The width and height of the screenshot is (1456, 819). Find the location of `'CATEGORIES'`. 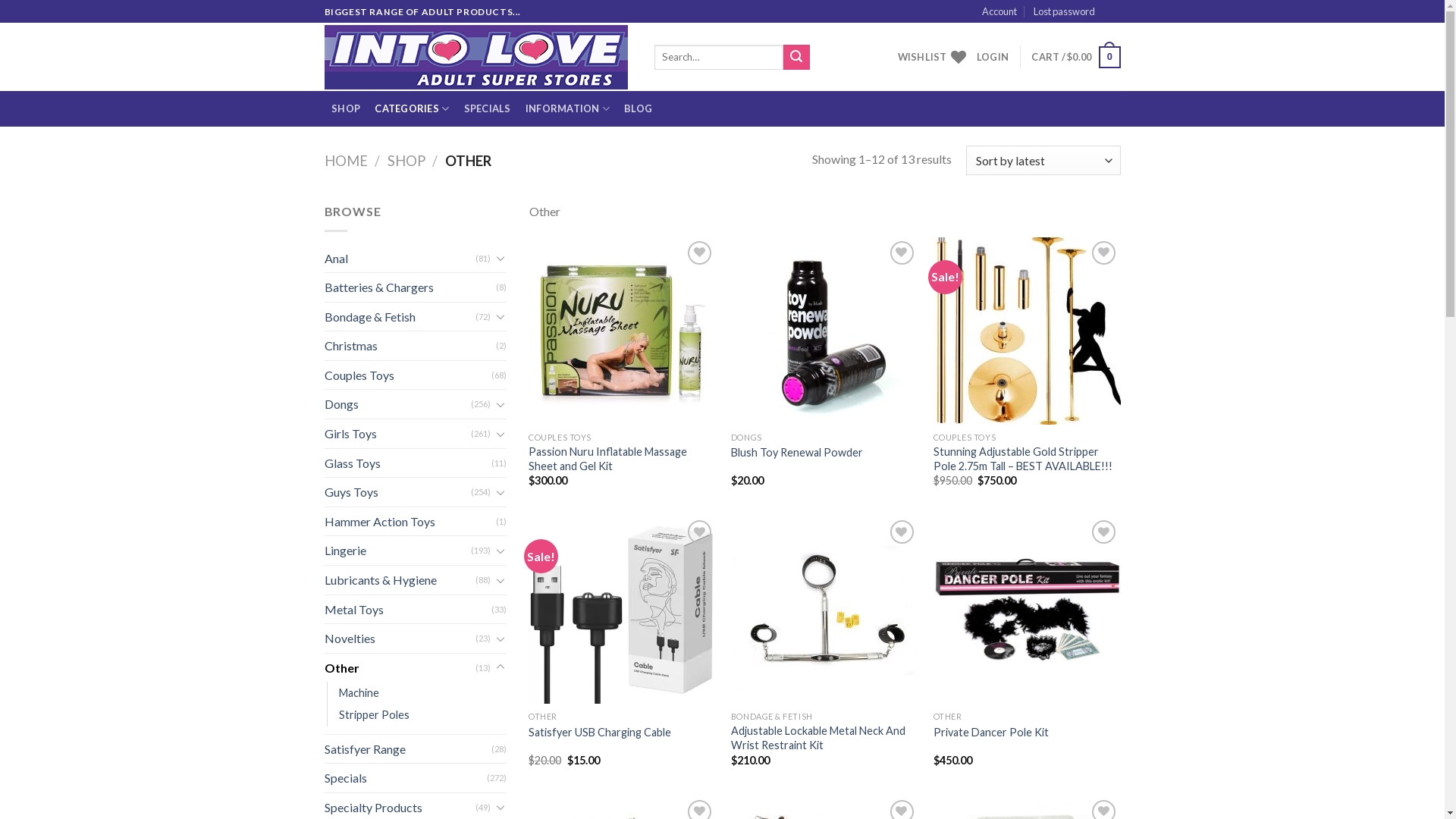

'CATEGORIES' is located at coordinates (412, 108).